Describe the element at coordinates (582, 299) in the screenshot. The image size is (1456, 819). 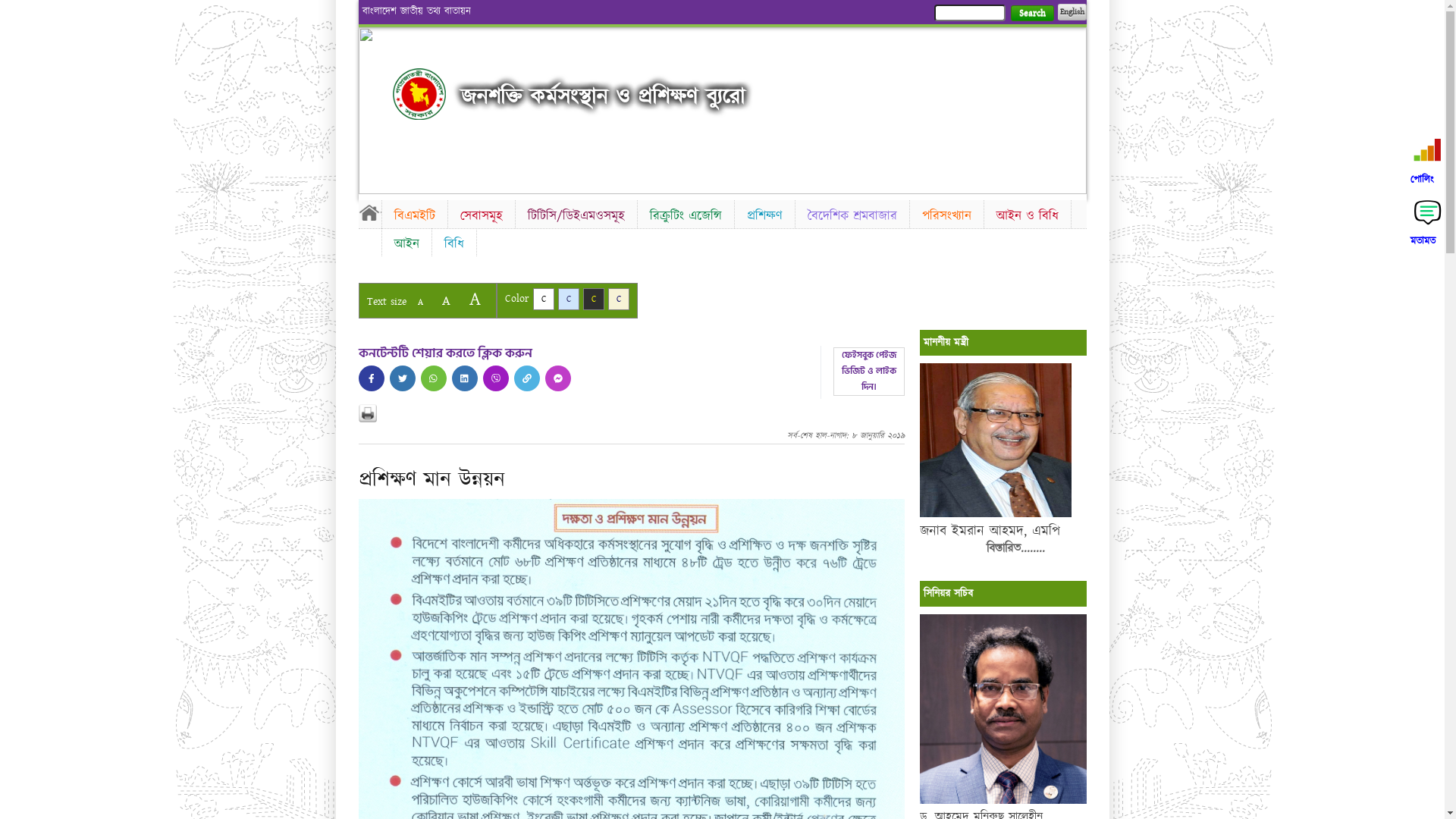
I see `'C'` at that location.